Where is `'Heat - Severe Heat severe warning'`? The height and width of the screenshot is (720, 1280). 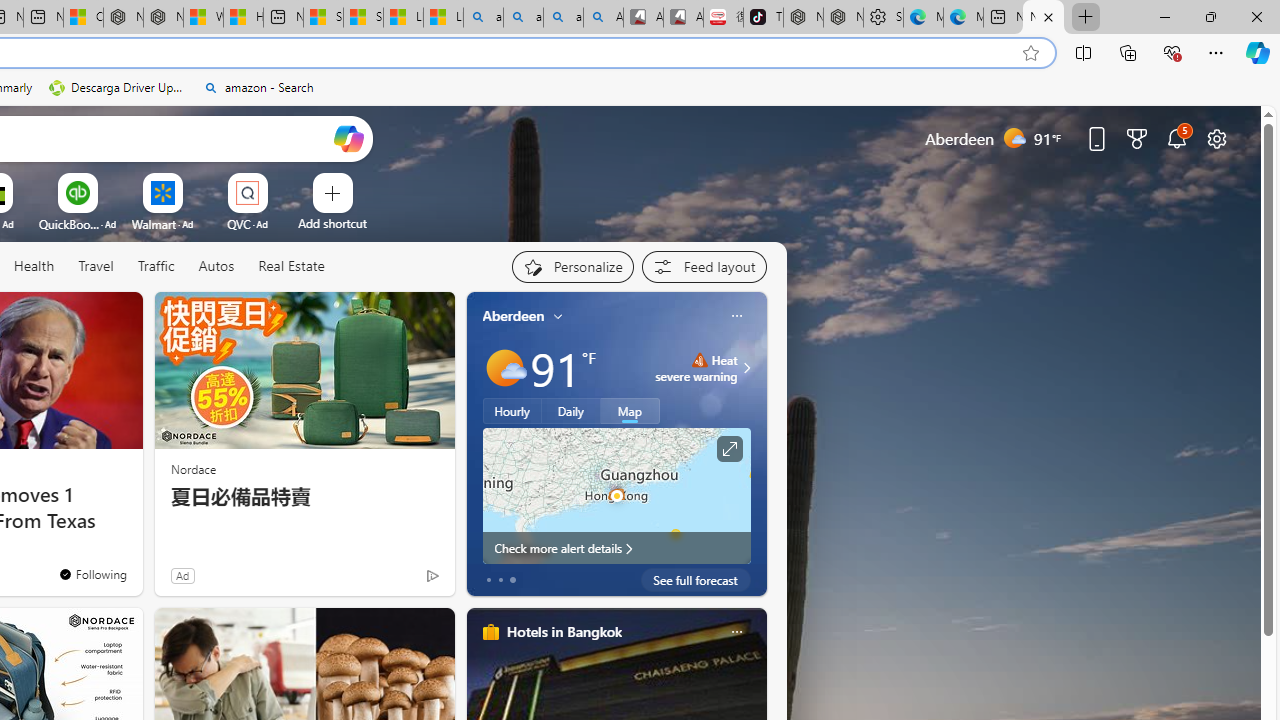 'Heat - Severe Heat severe warning' is located at coordinates (696, 367).